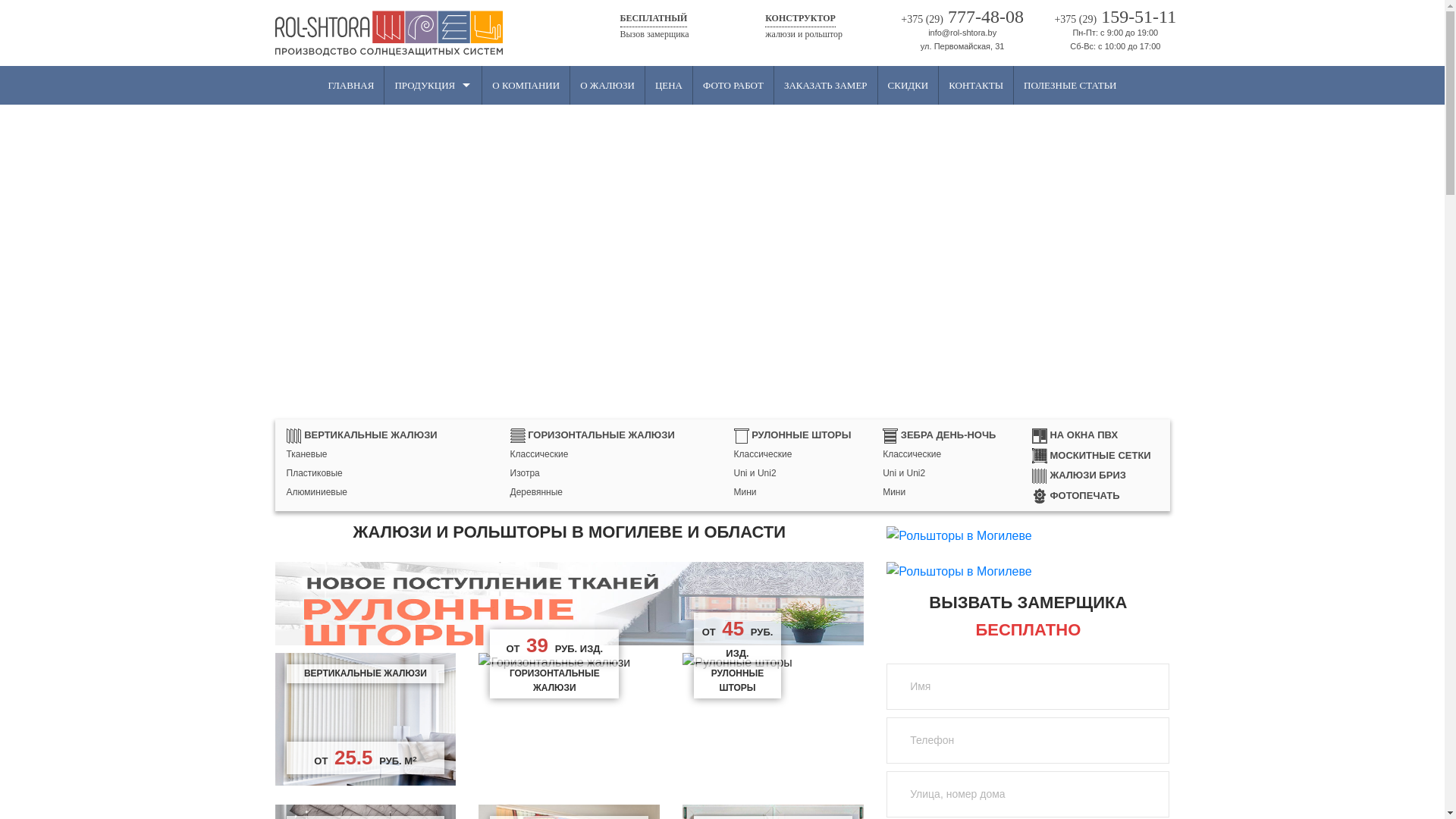 Image resolution: width=1456 pixels, height=819 pixels. Describe the element at coordinates (886, 17) in the screenshot. I see `'+375 (29) 777-48-08'` at that location.